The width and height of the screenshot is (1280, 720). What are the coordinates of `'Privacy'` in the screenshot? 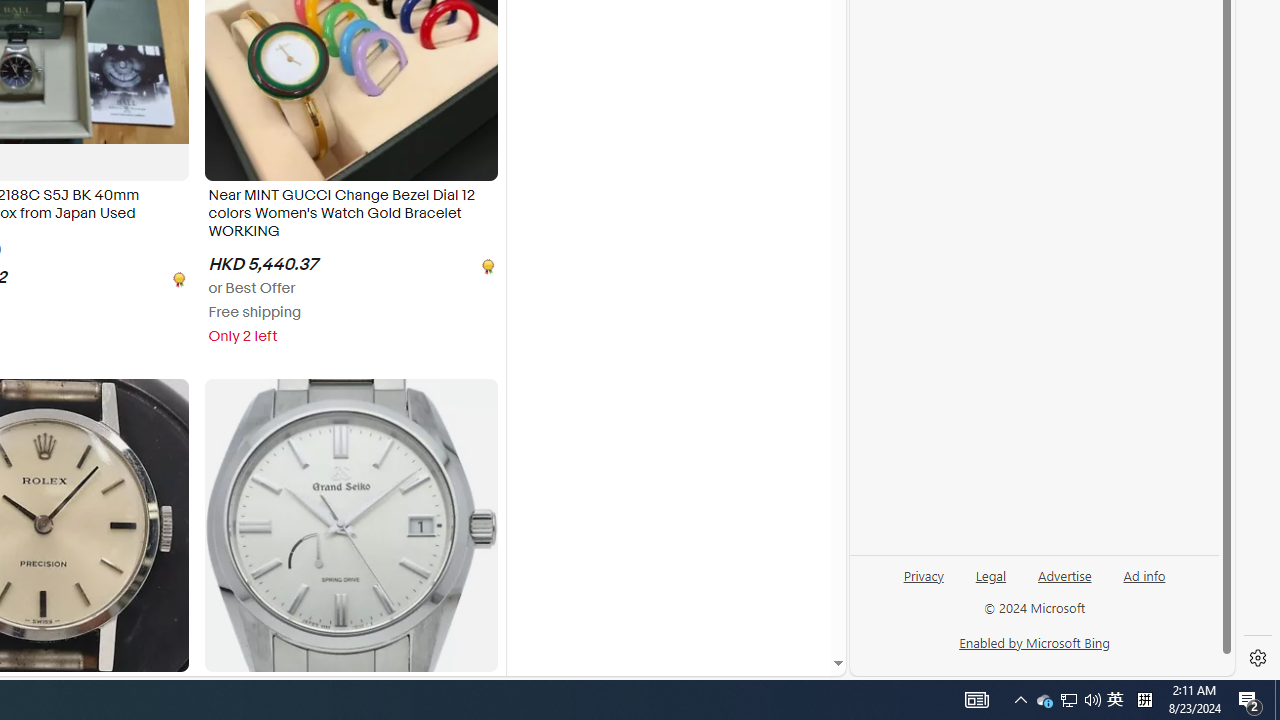 It's located at (922, 583).